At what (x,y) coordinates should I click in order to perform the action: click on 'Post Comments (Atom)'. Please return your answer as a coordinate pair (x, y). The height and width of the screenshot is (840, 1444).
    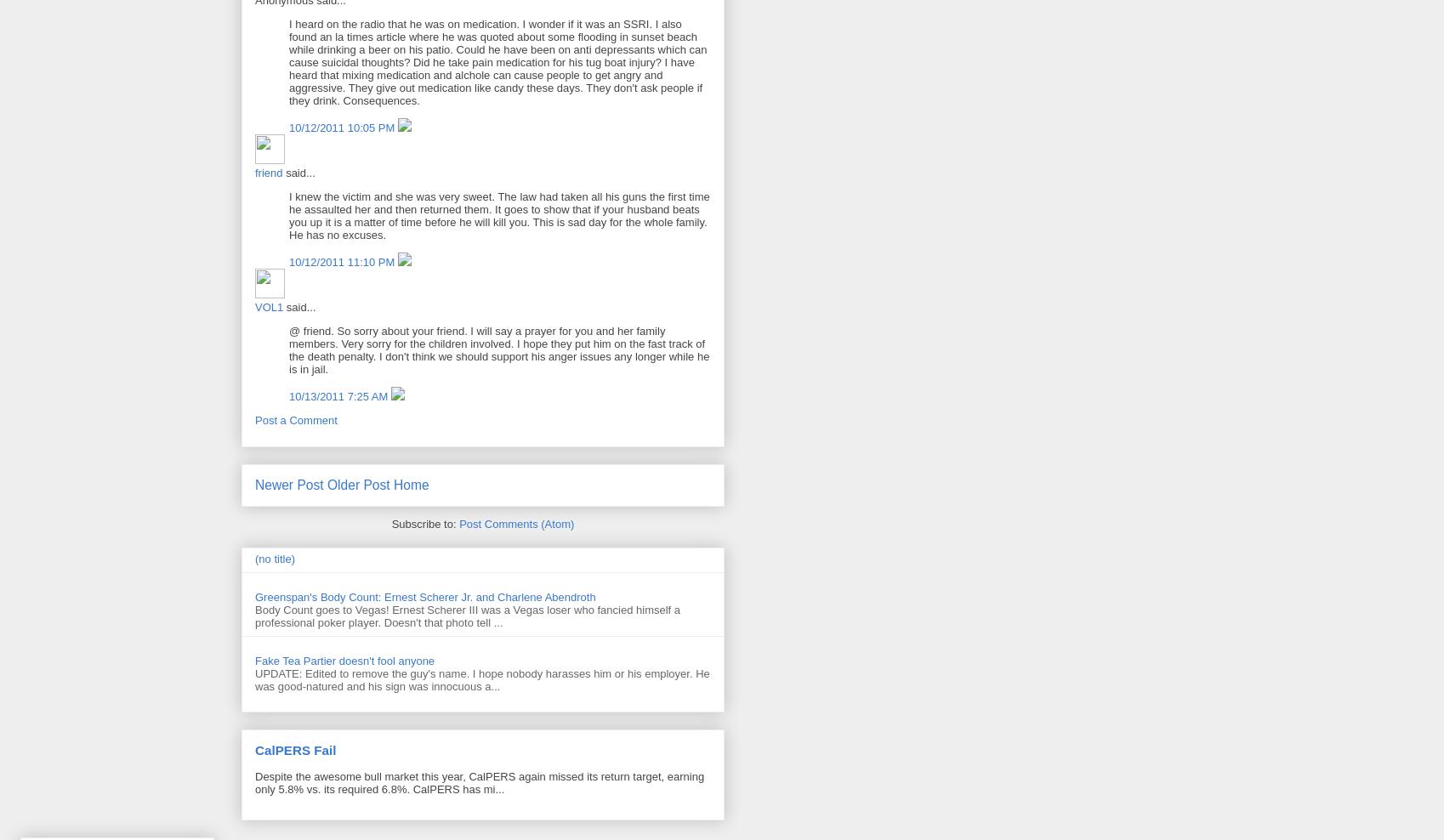
    Looking at the image, I should click on (515, 523).